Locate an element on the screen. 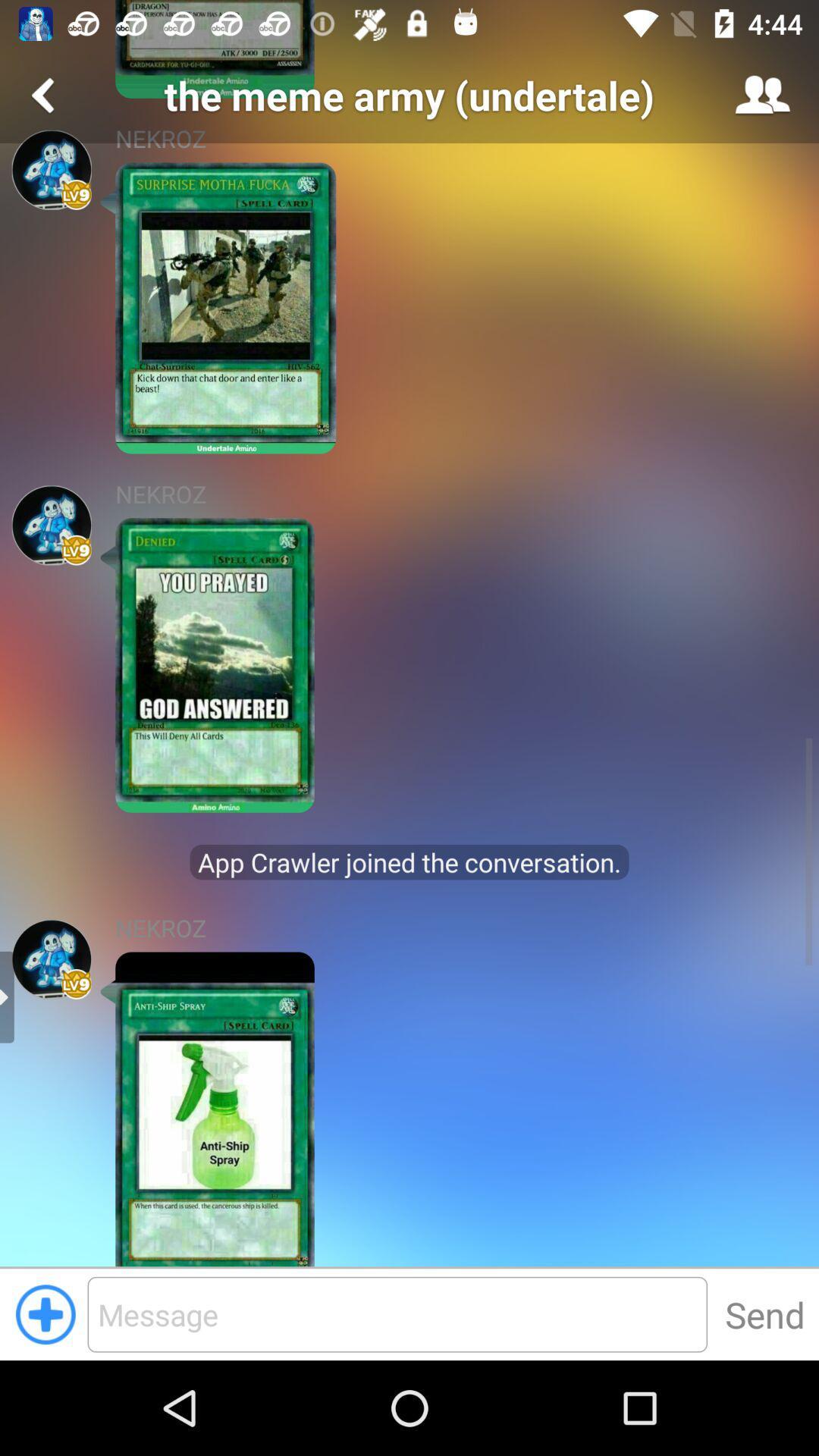 Image resolution: width=819 pixels, height=1456 pixels. message page is located at coordinates (397, 1313).